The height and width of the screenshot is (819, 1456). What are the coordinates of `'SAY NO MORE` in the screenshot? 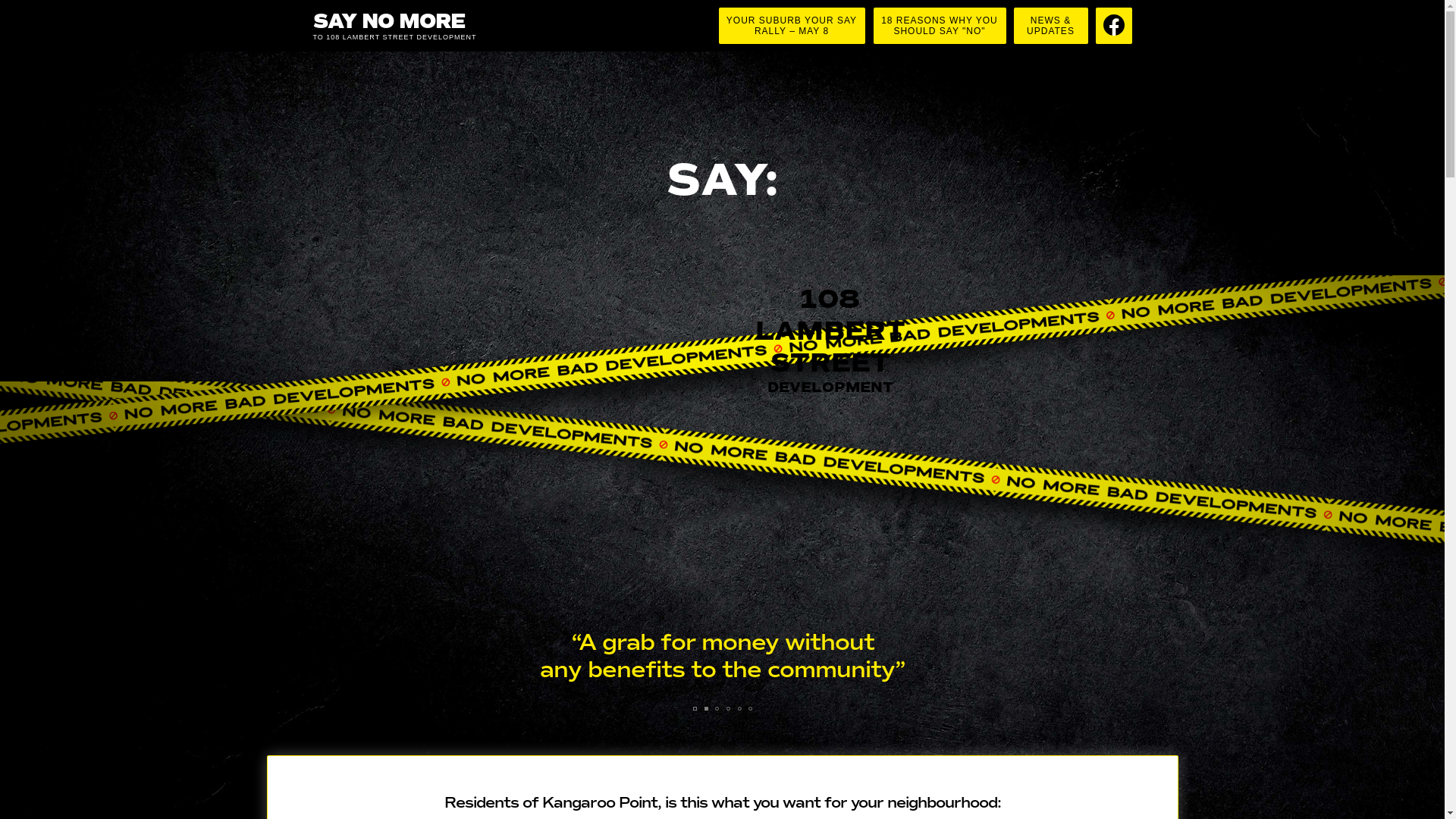 It's located at (419, 26).